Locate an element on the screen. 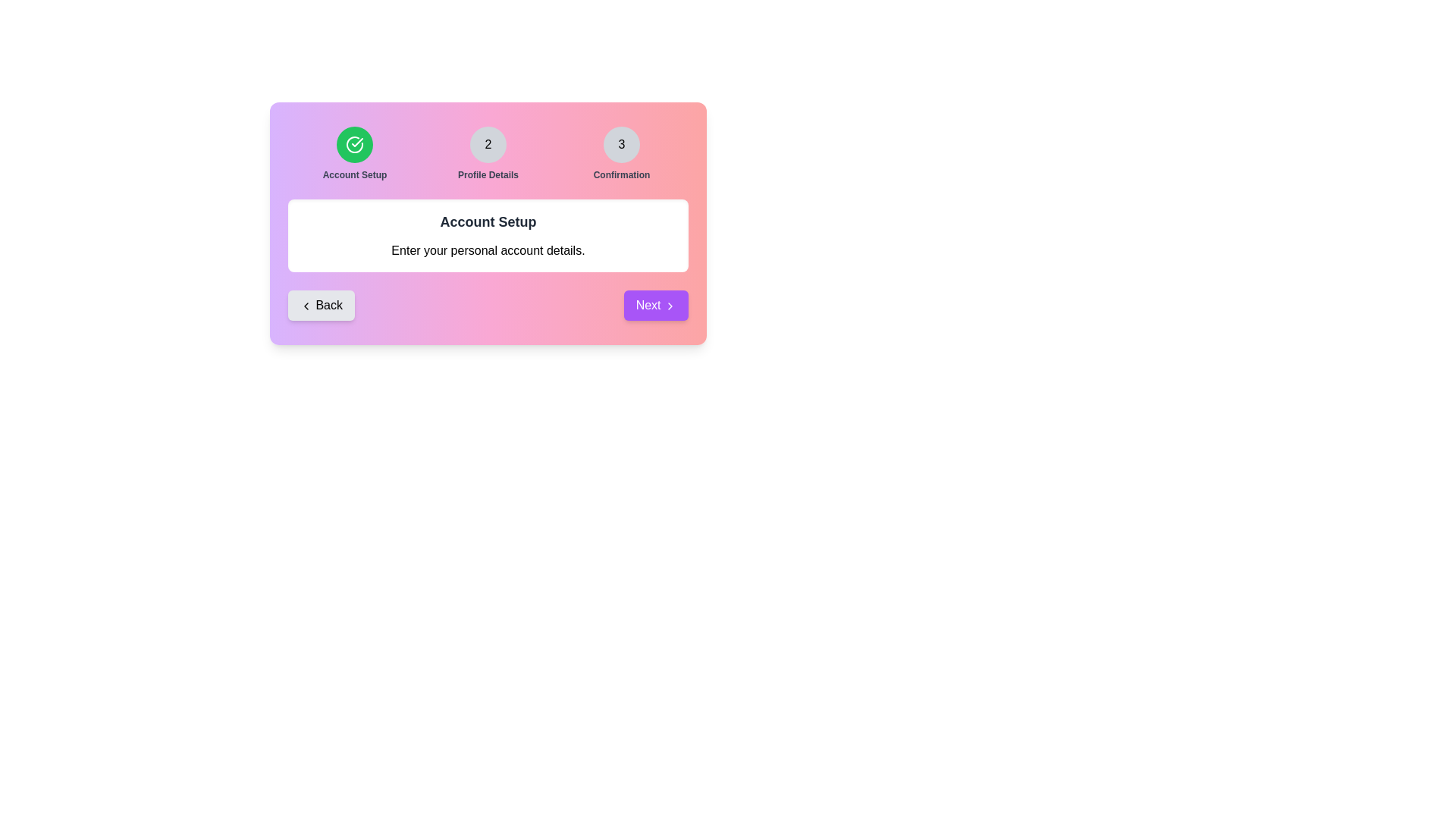 Image resolution: width=1456 pixels, height=819 pixels. the navigation button Next is located at coordinates (656, 305).